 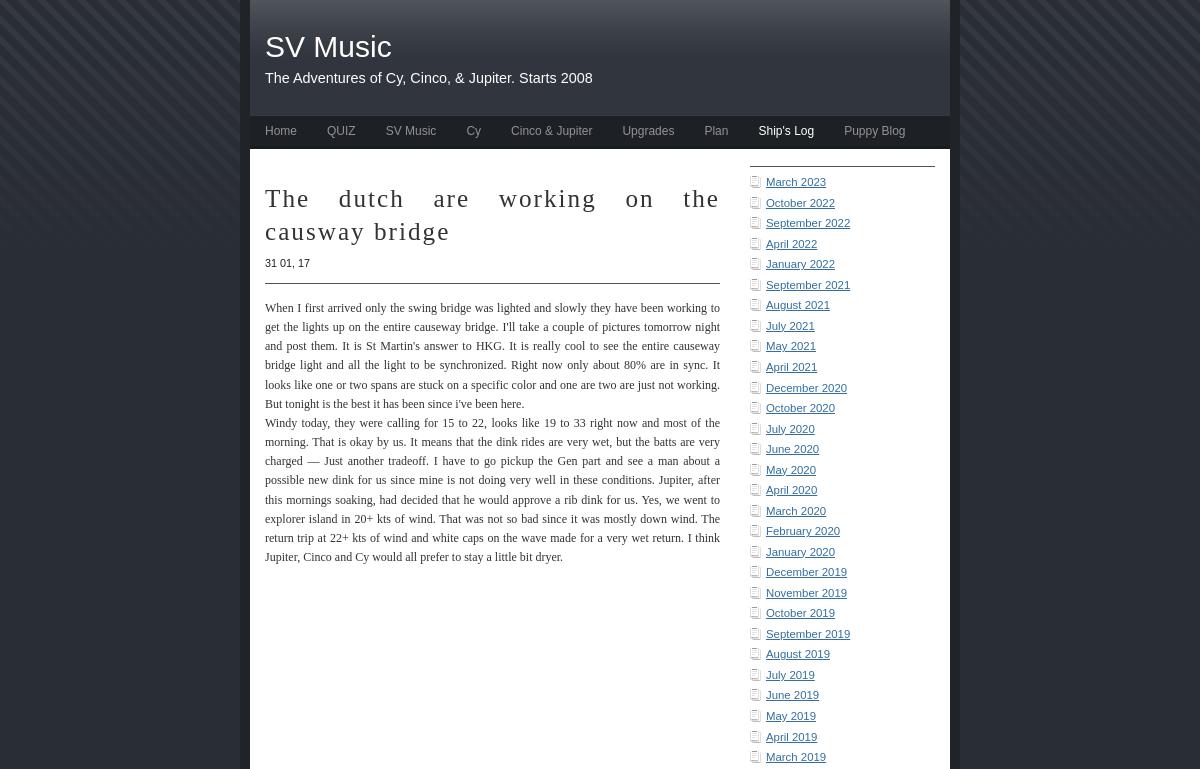 I want to click on 'June 2020', so click(x=791, y=449).